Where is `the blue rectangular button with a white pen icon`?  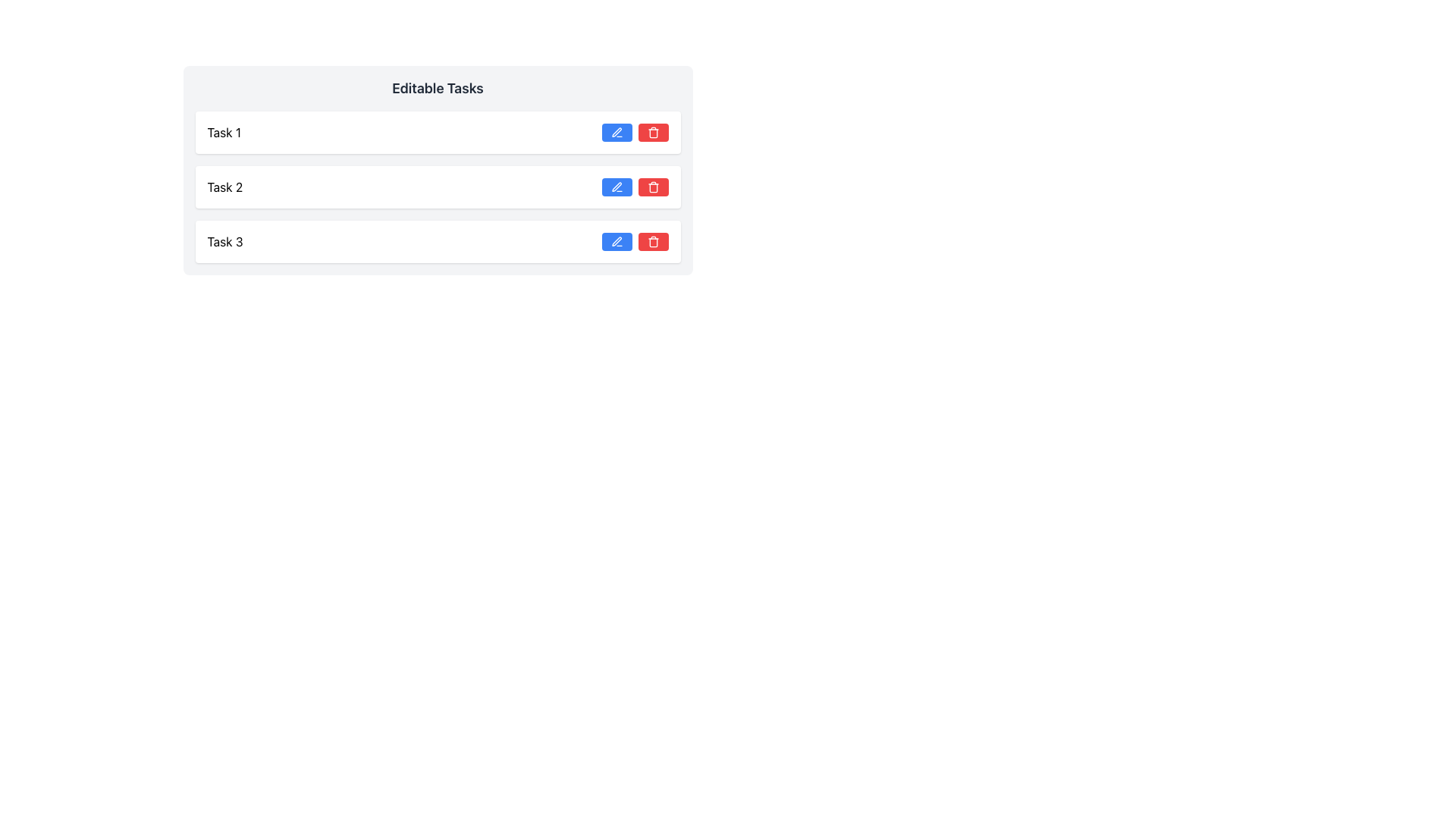
the blue rectangular button with a white pen icon is located at coordinates (617, 241).